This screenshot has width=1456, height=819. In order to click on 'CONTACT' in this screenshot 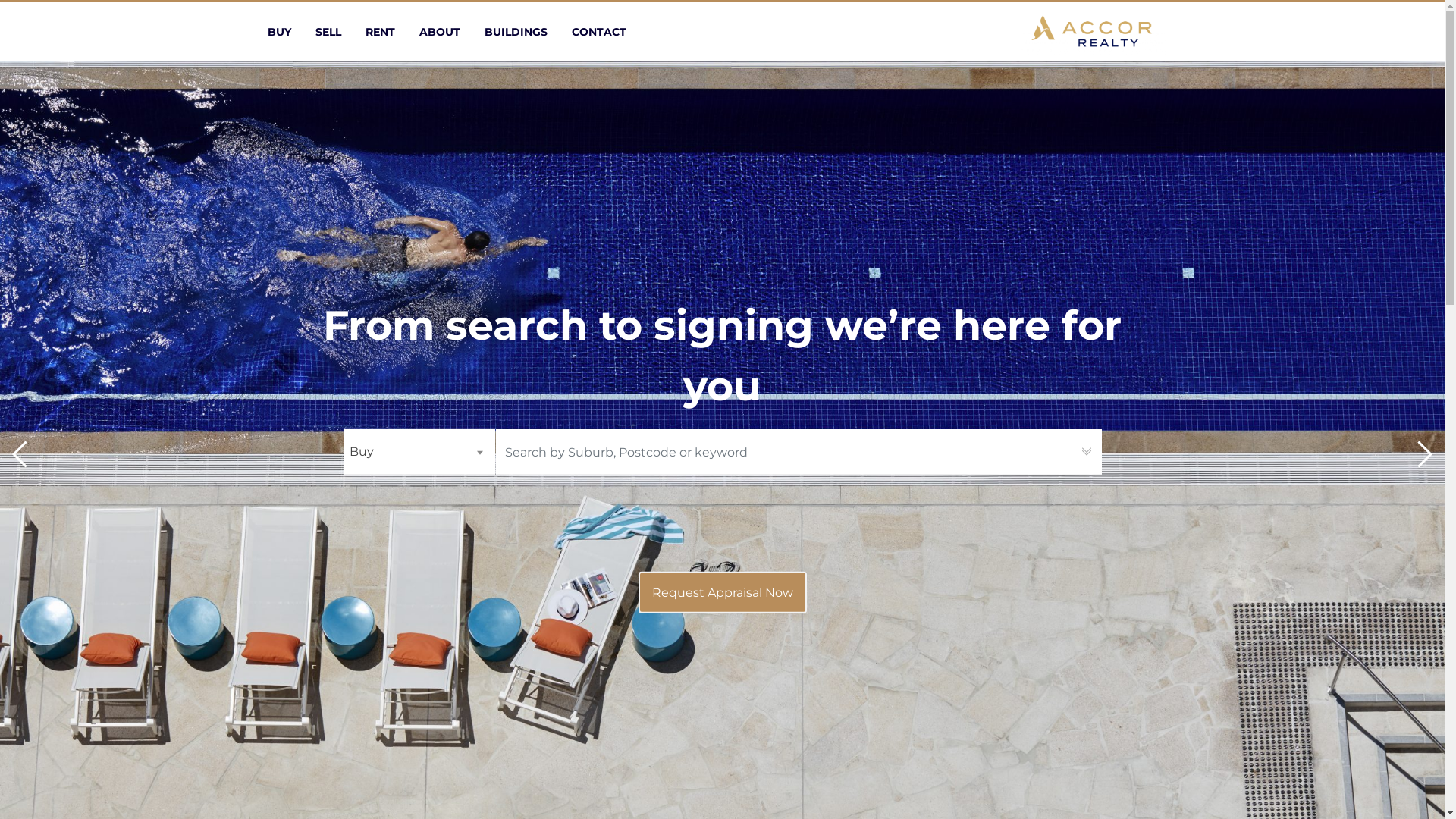, I will do `click(570, 32)`.